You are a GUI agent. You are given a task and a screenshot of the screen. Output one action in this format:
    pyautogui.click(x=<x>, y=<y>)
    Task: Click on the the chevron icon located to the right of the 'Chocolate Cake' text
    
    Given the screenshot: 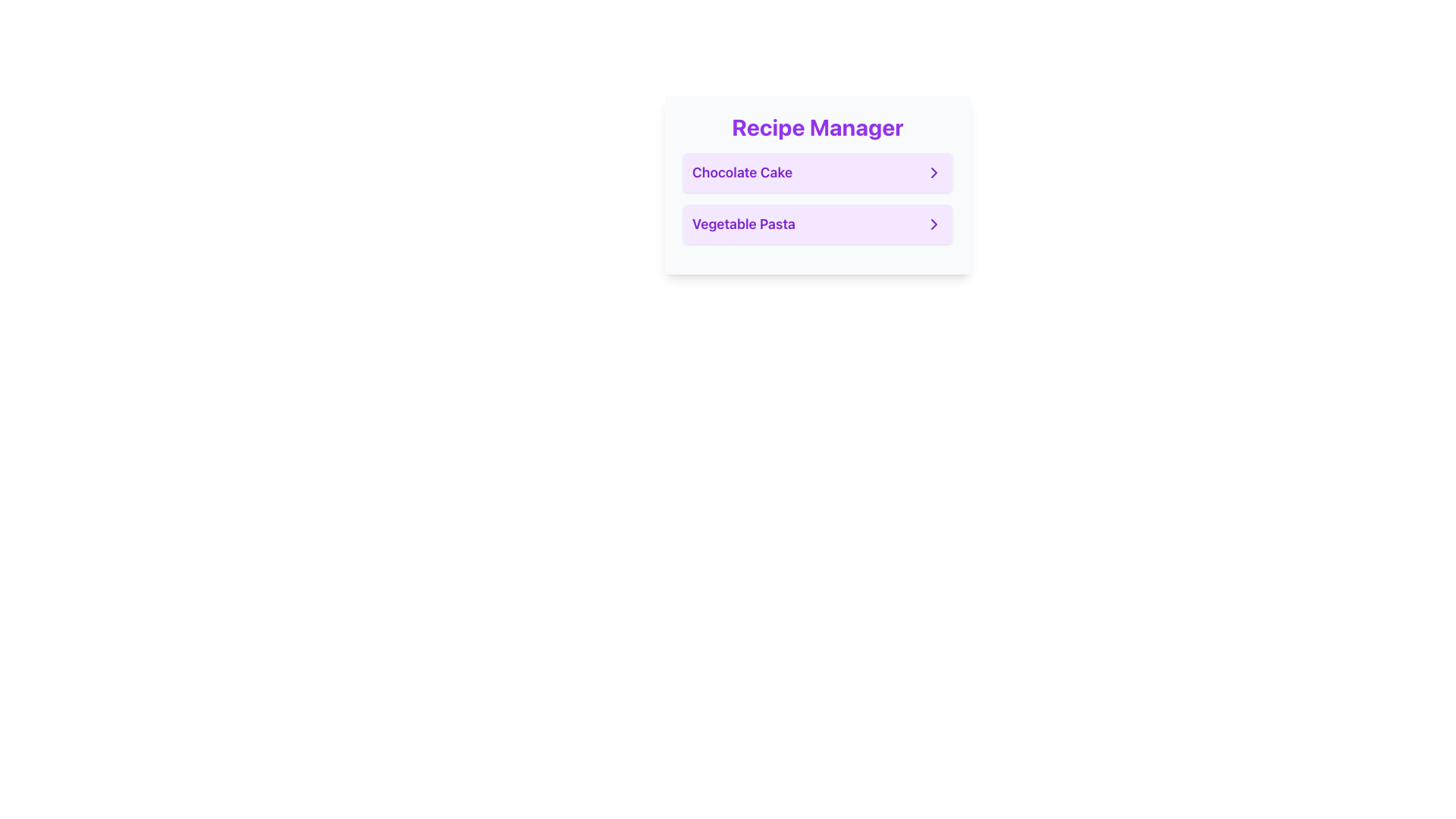 What is the action you would take?
    pyautogui.click(x=934, y=171)
    